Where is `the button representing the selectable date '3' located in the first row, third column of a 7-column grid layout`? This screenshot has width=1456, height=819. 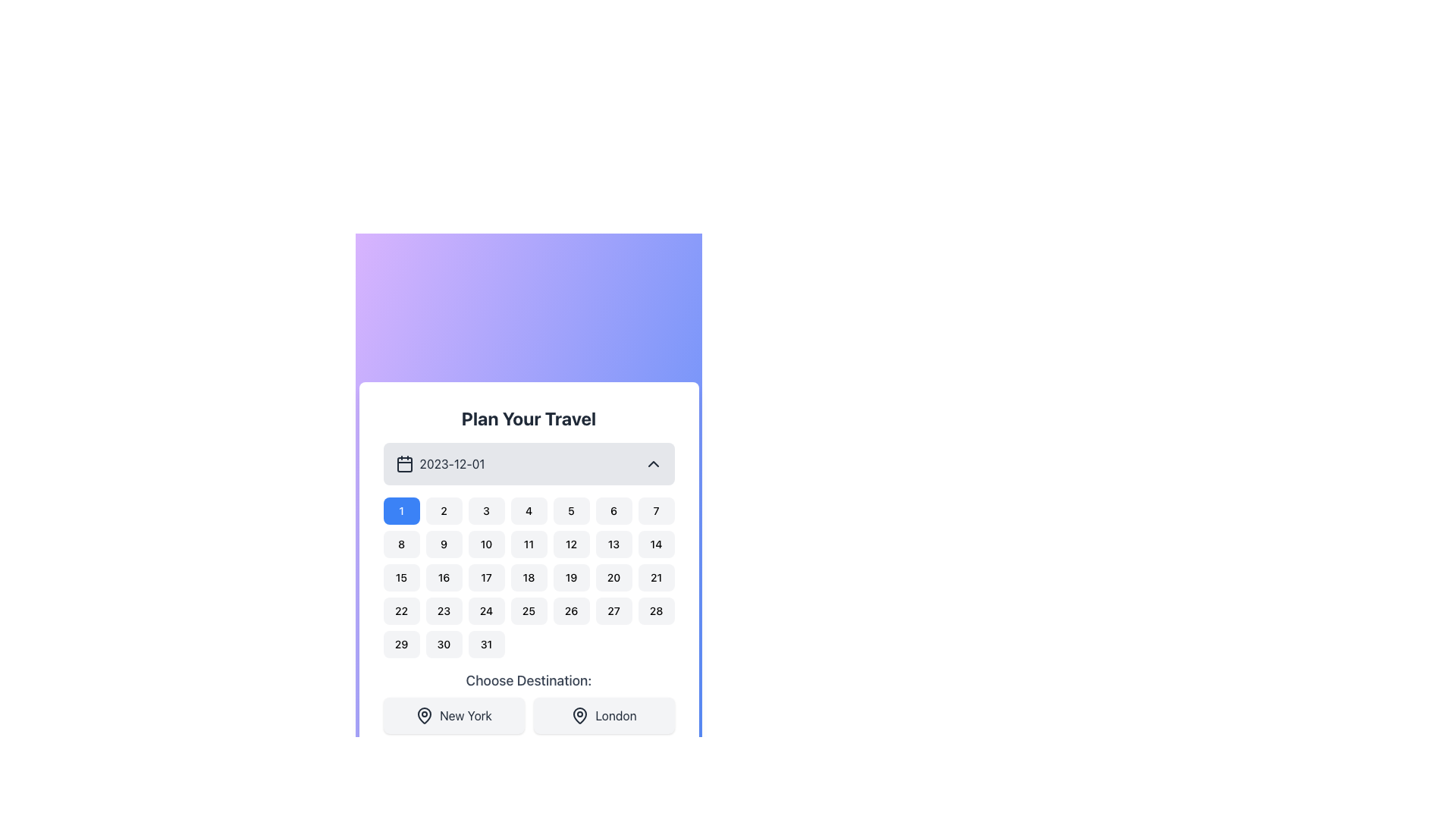 the button representing the selectable date '3' located in the first row, third column of a 7-column grid layout is located at coordinates (486, 511).